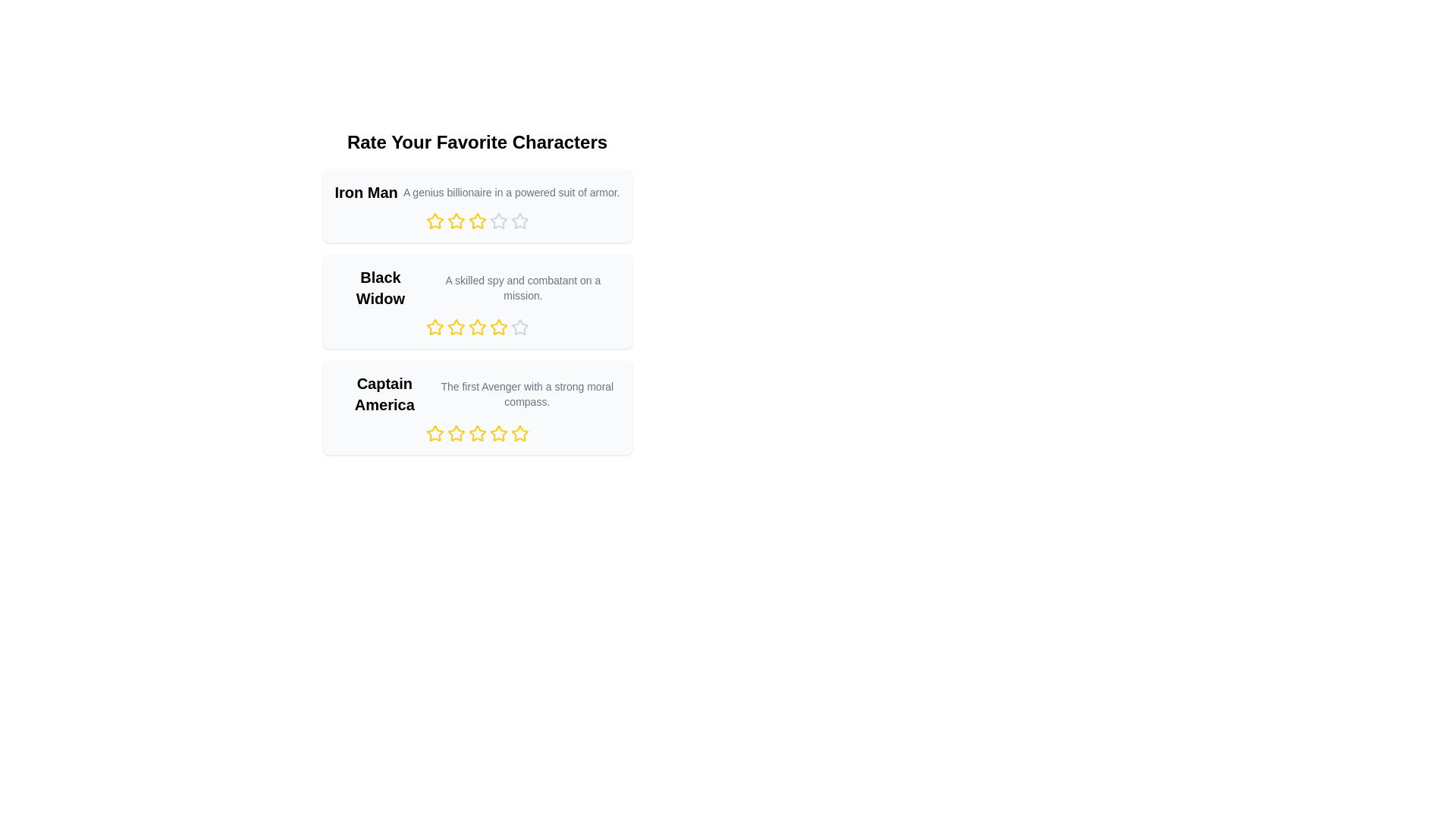 Image resolution: width=1456 pixels, height=819 pixels. I want to click on the Static Text element that describes the character 'Captain America', which is positioned below the heading 'Captain America' and above the star rating component, so click(527, 394).